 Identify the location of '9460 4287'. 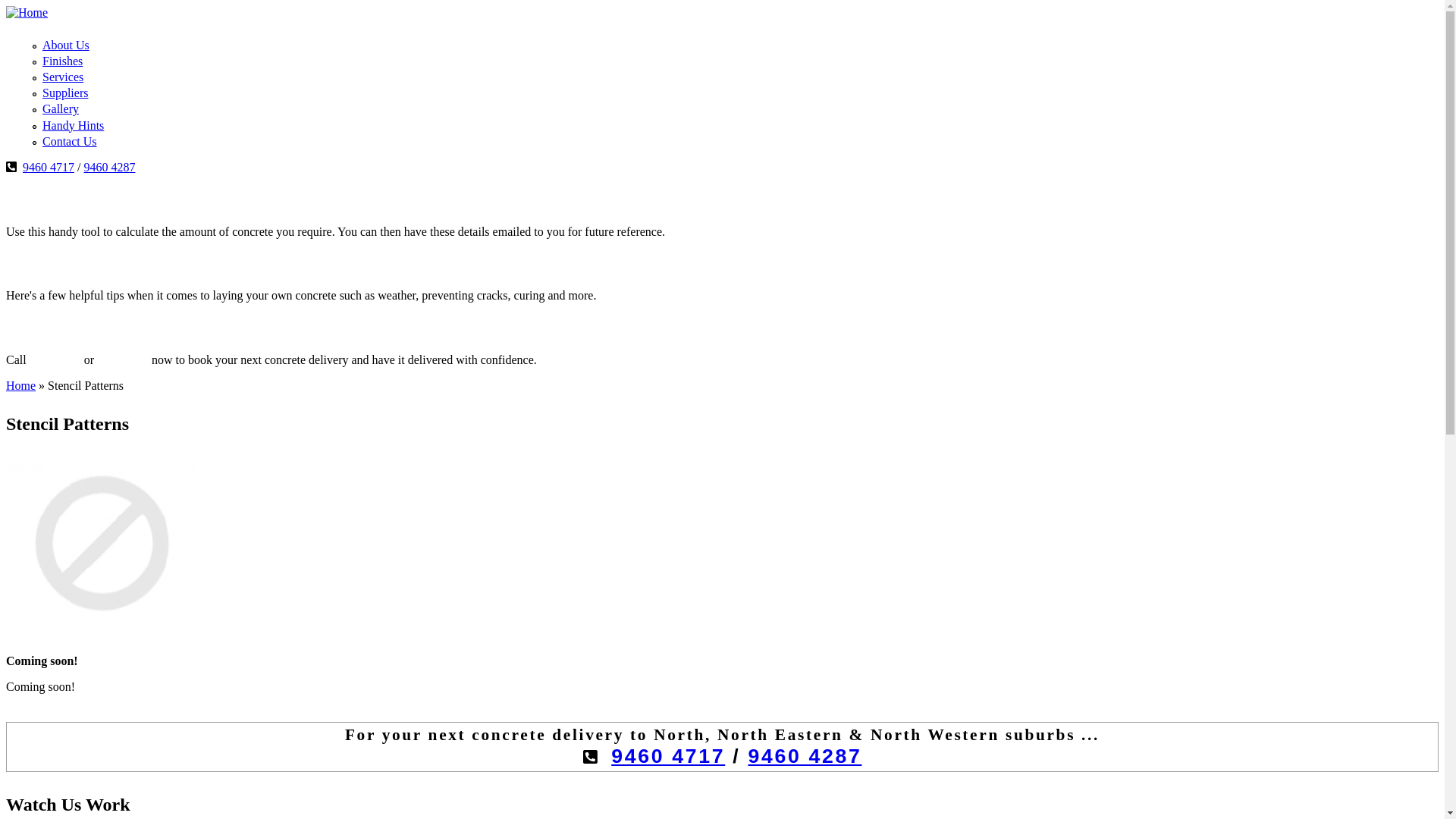
(108, 167).